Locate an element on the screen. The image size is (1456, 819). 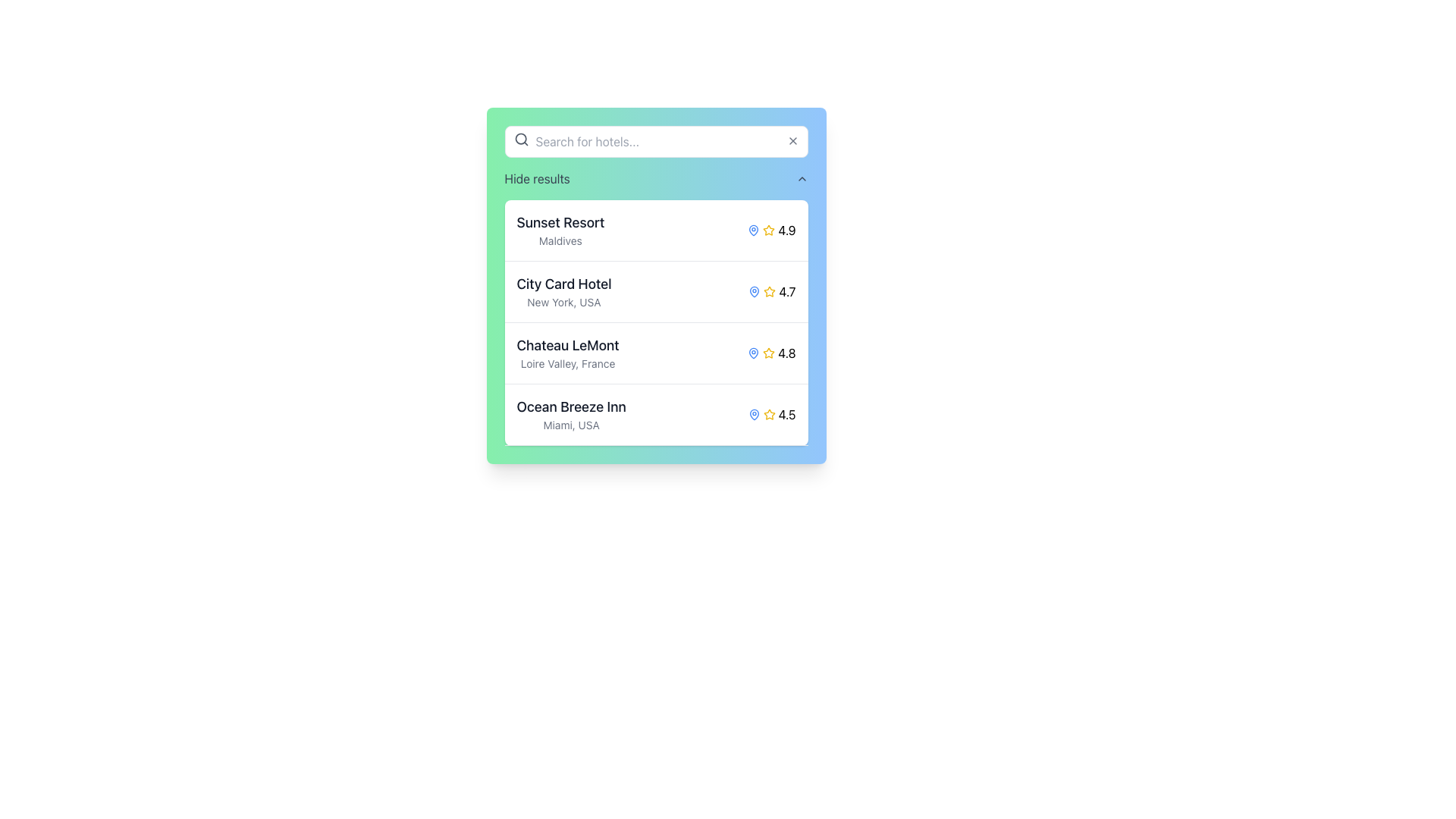
the static text element representing the hotel's rating score, located to the right of the yellow star icon in the third entry of the hotel list is located at coordinates (786, 353).